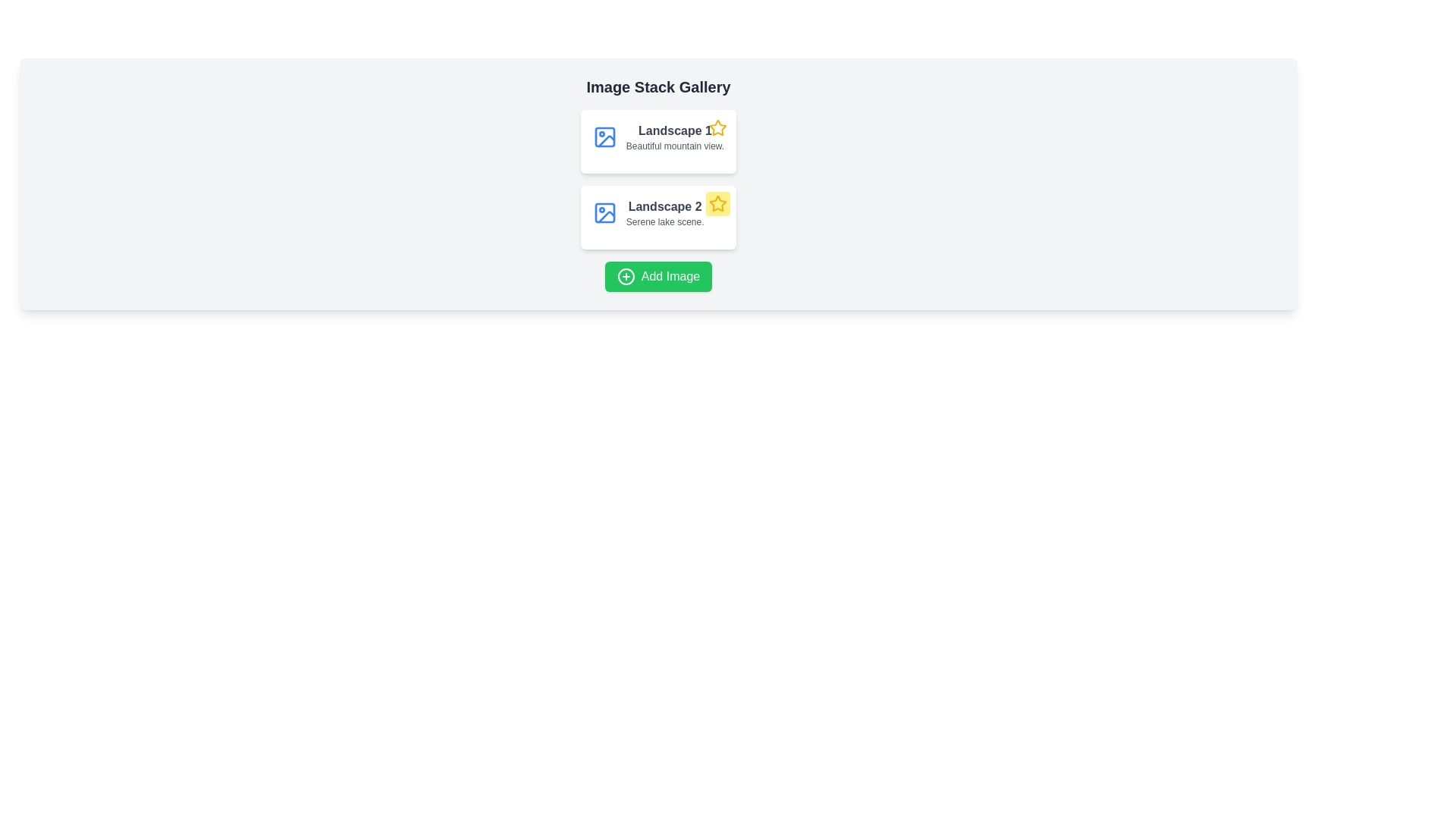 This screenshot has width=1456, height=819. What do you see at coordinates (674, 130) in the screenshot?
I see `the text label displaying 'Landscape 1' in bold dark gray, located at the top-left of the image description card in the 'Image Stack Gallery'` at bounding box center [674, 130].